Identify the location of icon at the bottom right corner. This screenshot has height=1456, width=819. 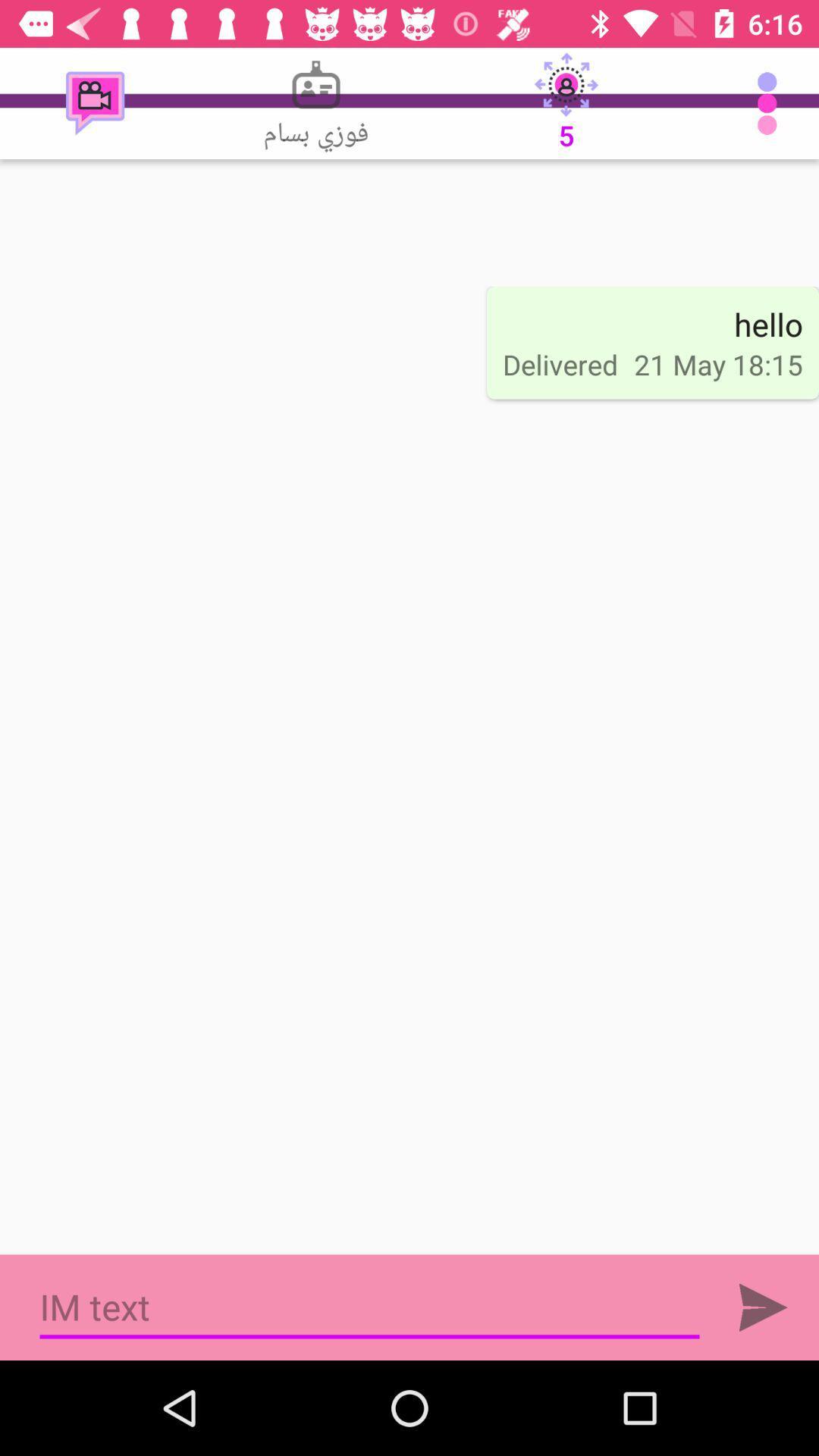
(763, 1307).